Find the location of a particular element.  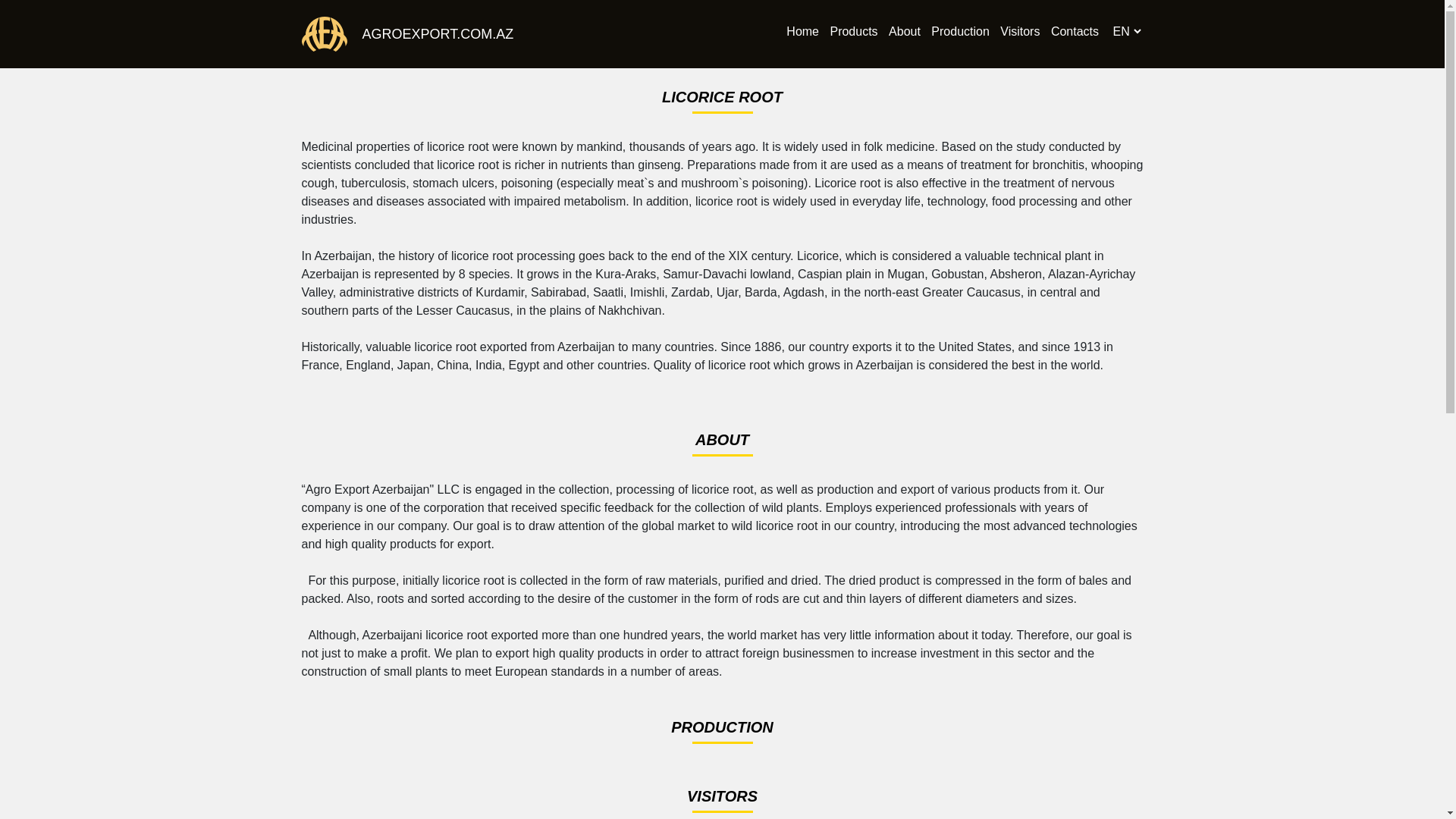

'Home' is located at coordinates (786, 33).